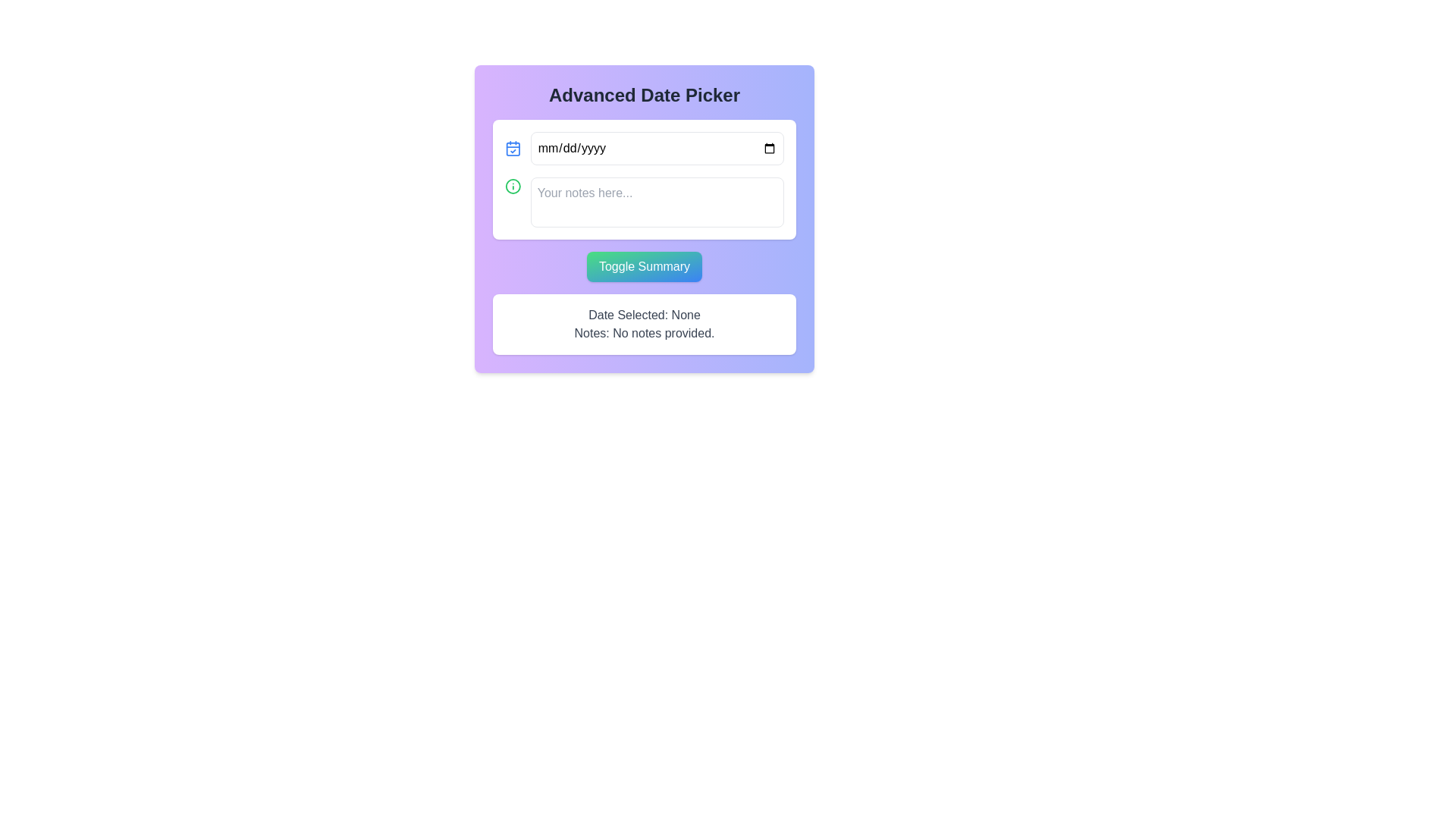  I want to click on the Decorative Shape which is a rectangle with rounded corners within the calendar icon, positioned centrally and slightly left-aligned in the SVG structure, so click(513, 149).